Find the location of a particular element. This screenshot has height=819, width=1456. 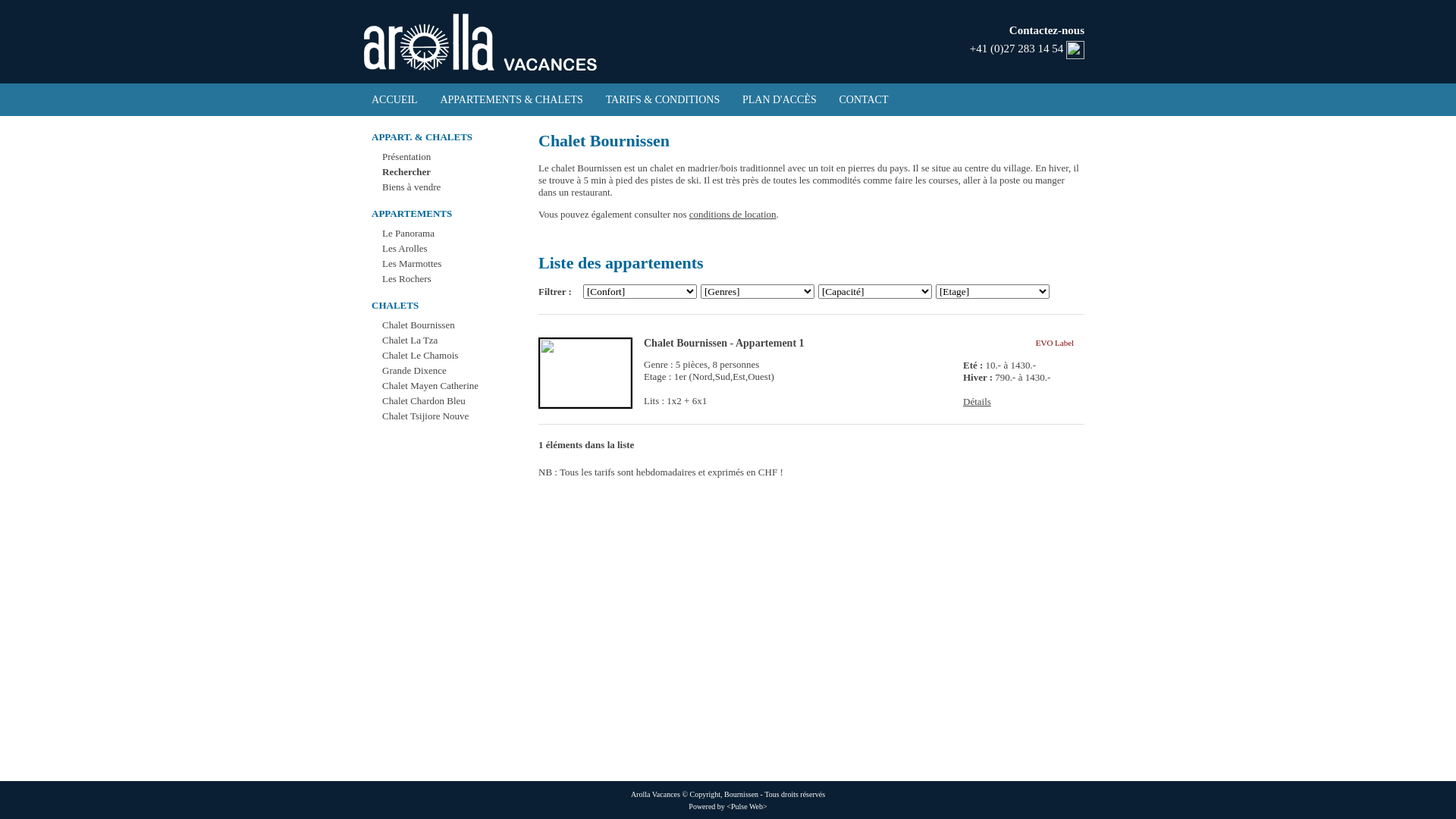

'Chalet La Tza' is located at coordinates (409, 339).